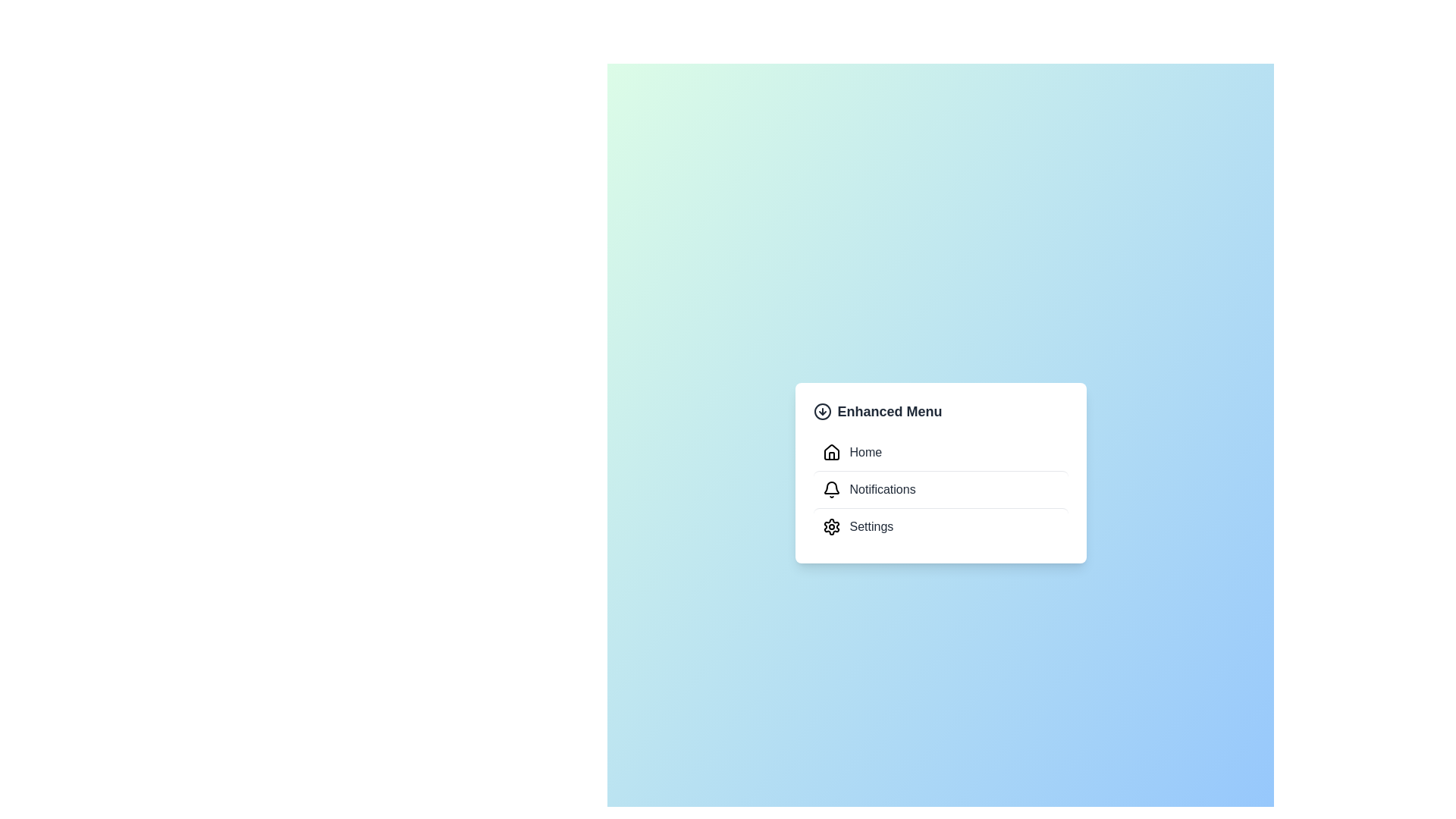 The width and height of the screenshot is (1456, 819). What do you see at coordinates (940, 412) in the screenshot?
I see `the title text 'Enhanced Menu' to read it` at bounding box center [940, 412].